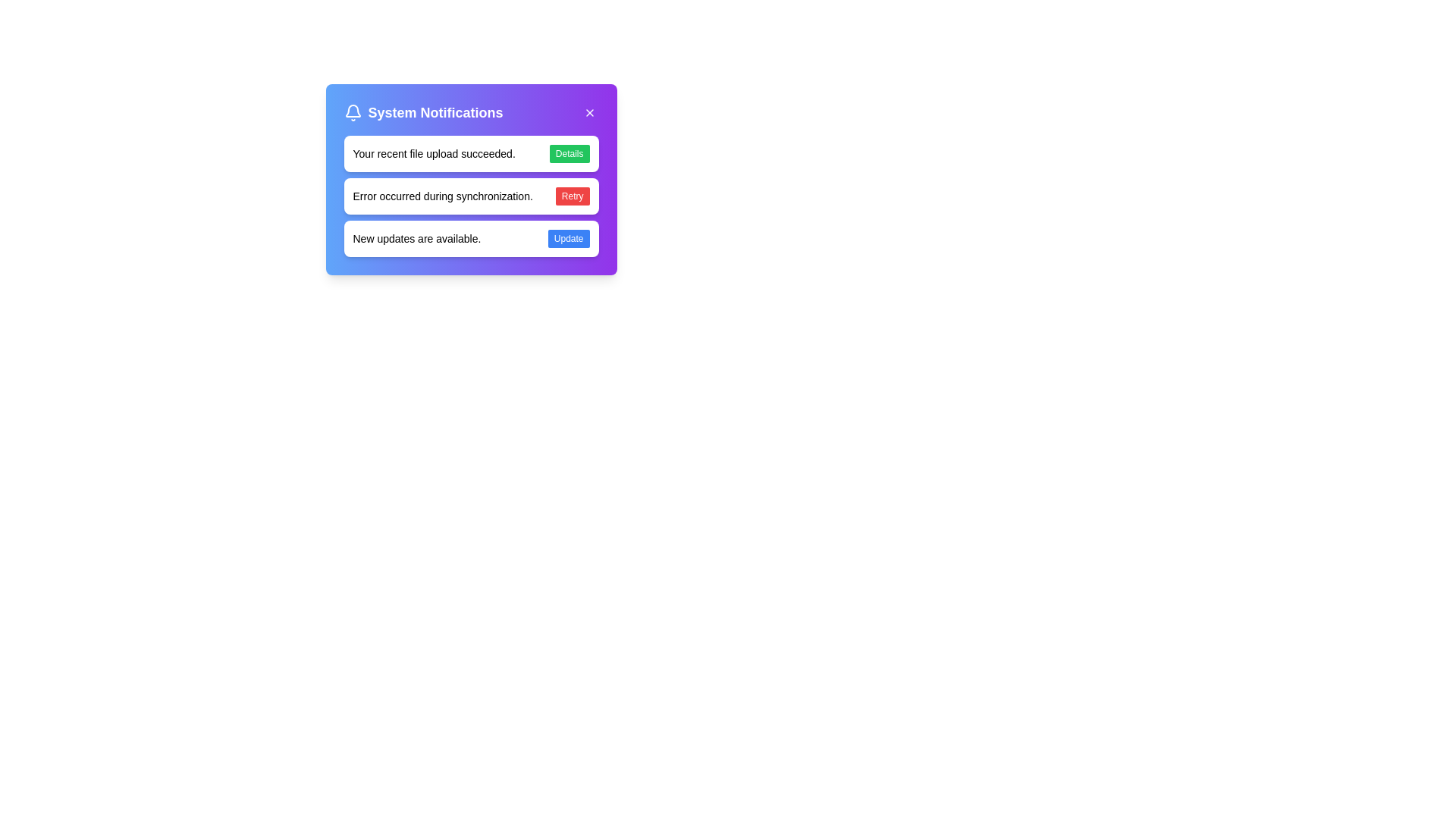 The height and width of the screenshot is (819, 1456). Describe the element at coordinates (416, 239) in the screenshot. I see `text label displaying 'New updates are available.' which is positioned within a notification card near the bottom left, to the left of the 'Update' button` at that location.